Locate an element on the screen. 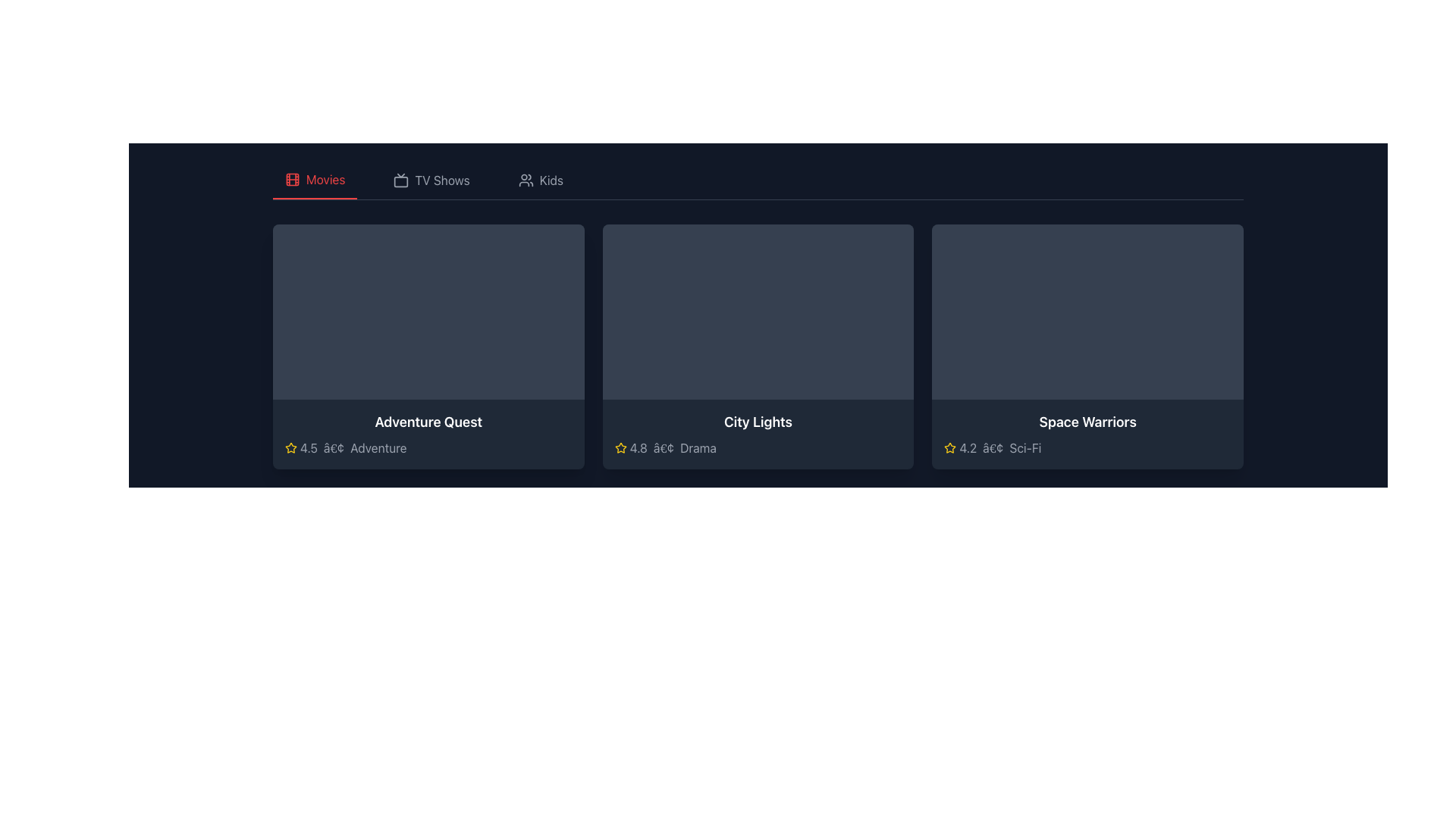  the visual placeholder located in the upper portion of the 'Space Warriors' card, which is the third card in a row within the grid layout is located at coordinates (1087, 311).